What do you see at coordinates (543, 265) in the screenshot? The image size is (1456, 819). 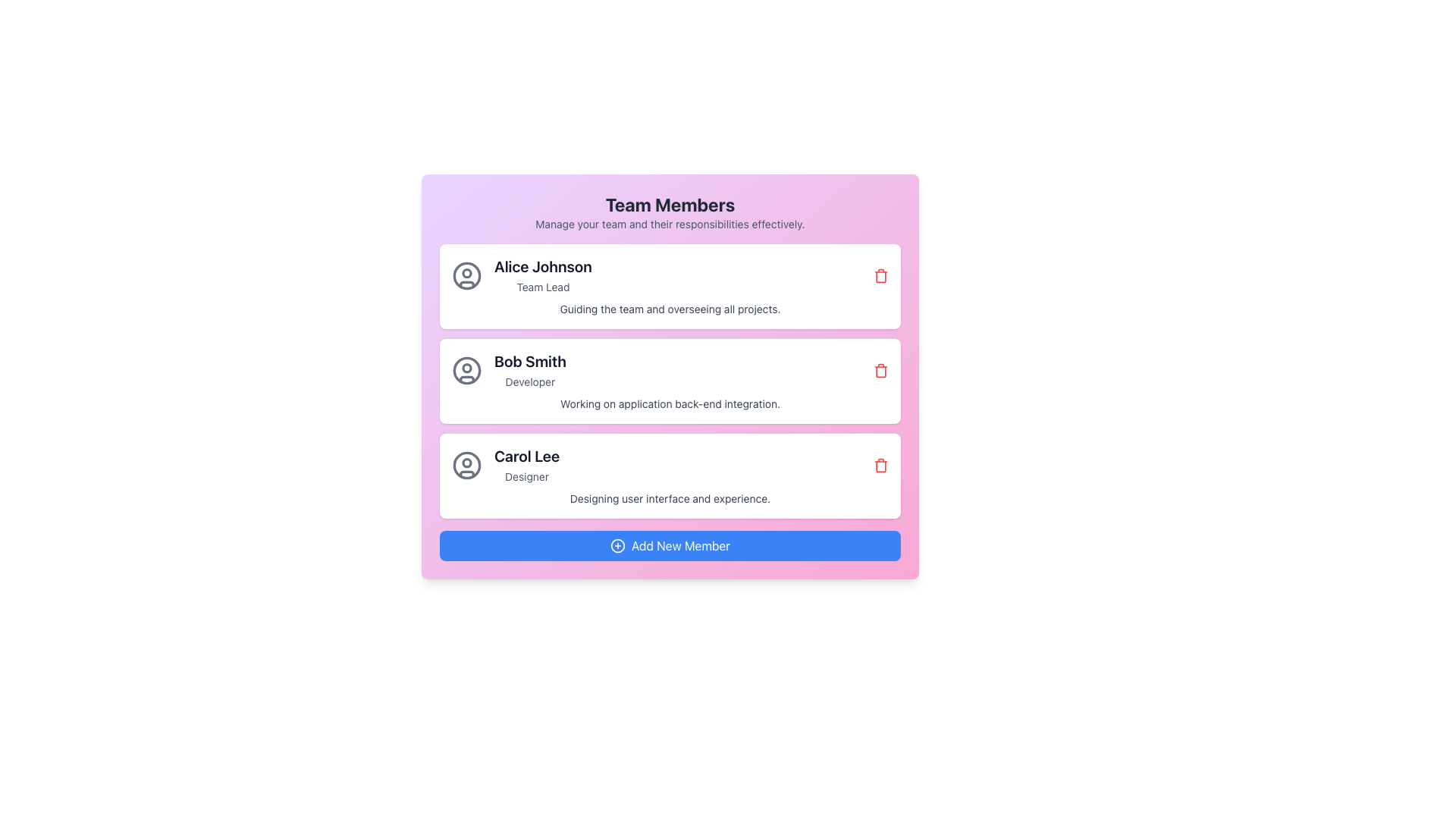 I see `text label displaying 'Alice Johnson', which indicates the identity of the team member listed in the card` at bounding box center [543, 265].